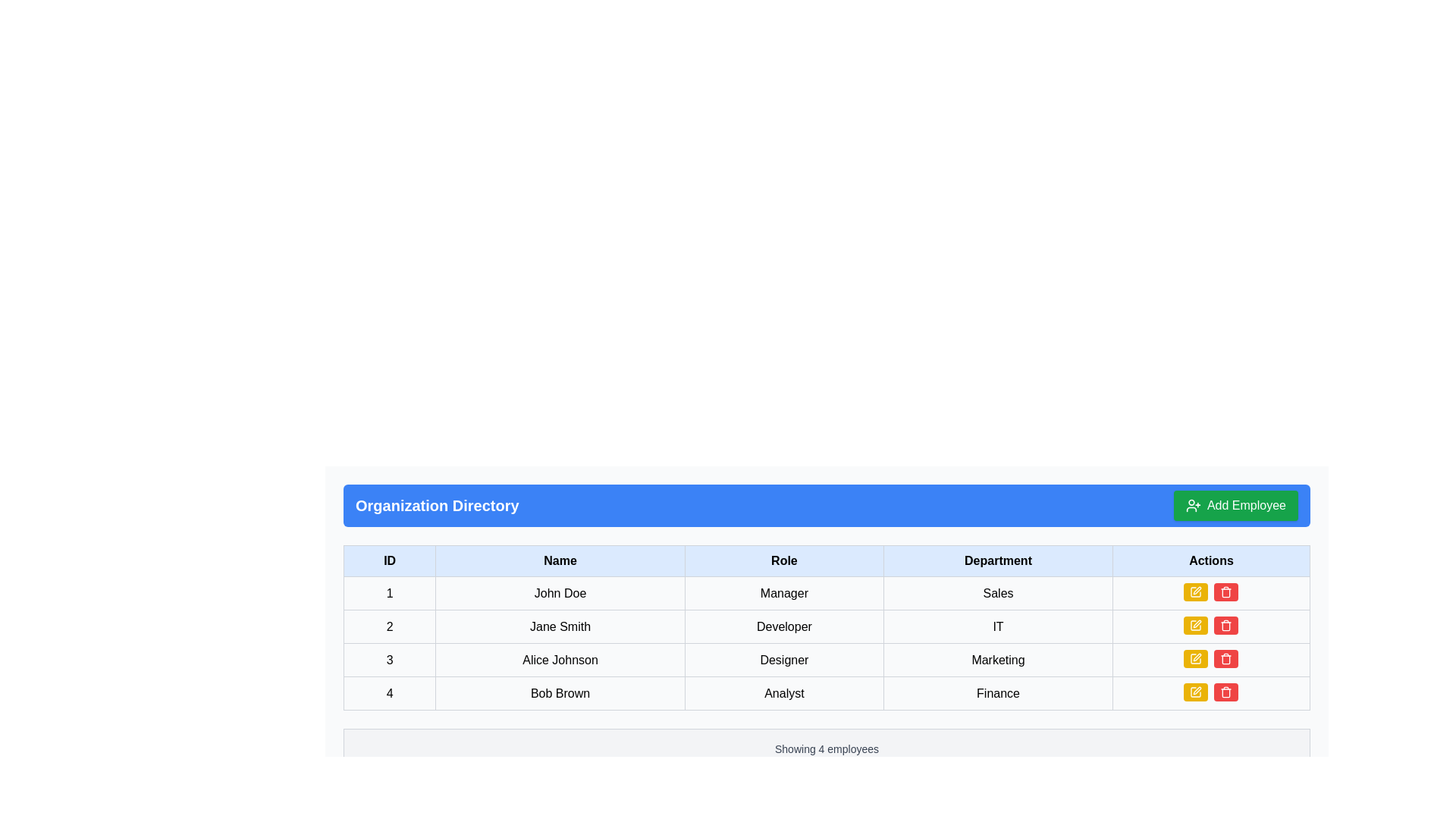 The width and height of the screenshot is (1456, 819). What do you see at coordinates (560, 659) in the screenshot?
I see `the label displaying the name of an individual in the third row of the tabular structure, located between the '3' identifier column and the 'Designer' column` at bounding box center [560, 659].